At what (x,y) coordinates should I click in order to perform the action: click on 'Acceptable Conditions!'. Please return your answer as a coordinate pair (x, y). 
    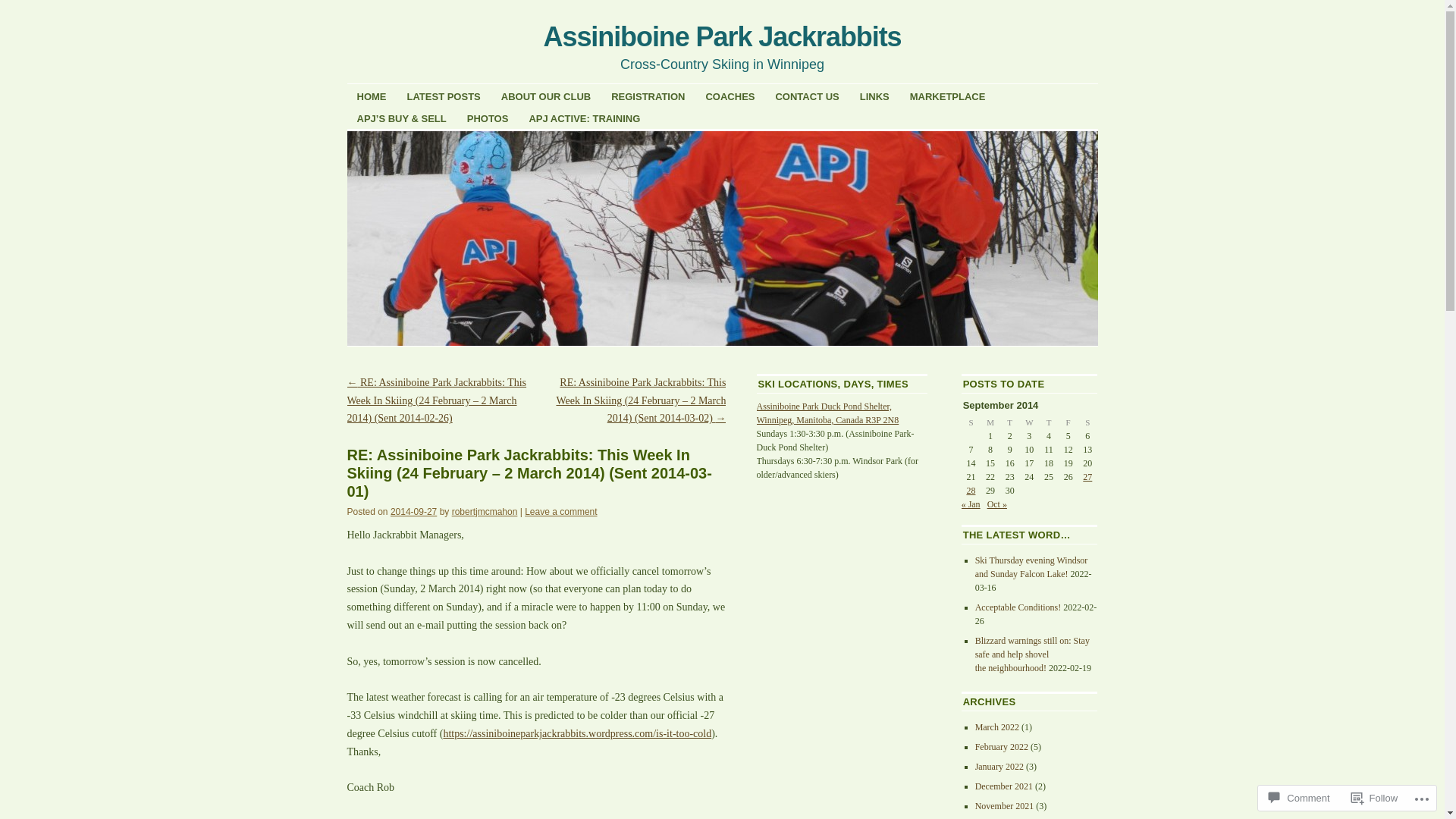
    Looking at the image, I should click on (1018, 607).